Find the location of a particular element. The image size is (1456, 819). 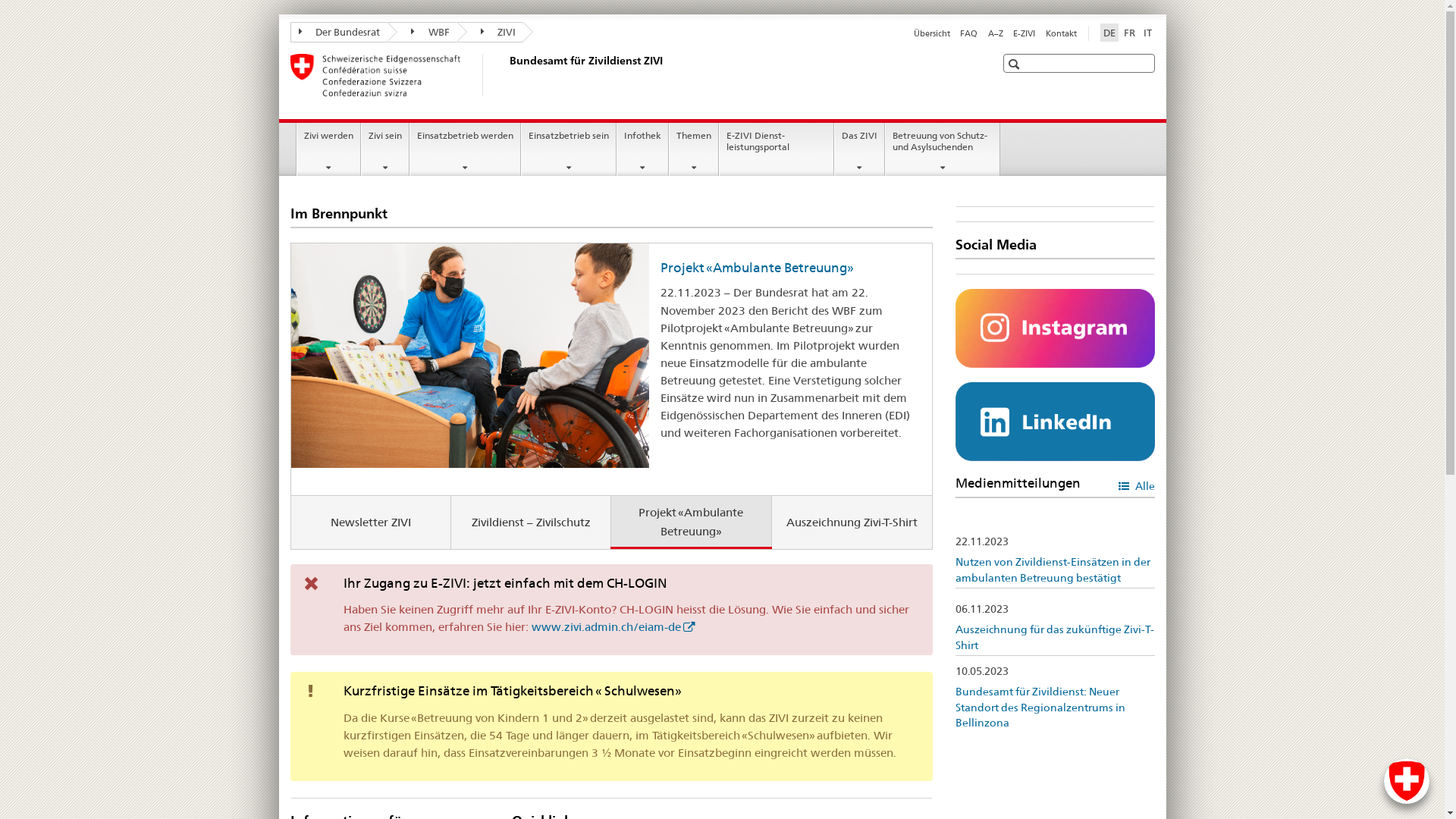

'www.zivi.admin.ch/eiam-de' is located at coordinates (612, 626).